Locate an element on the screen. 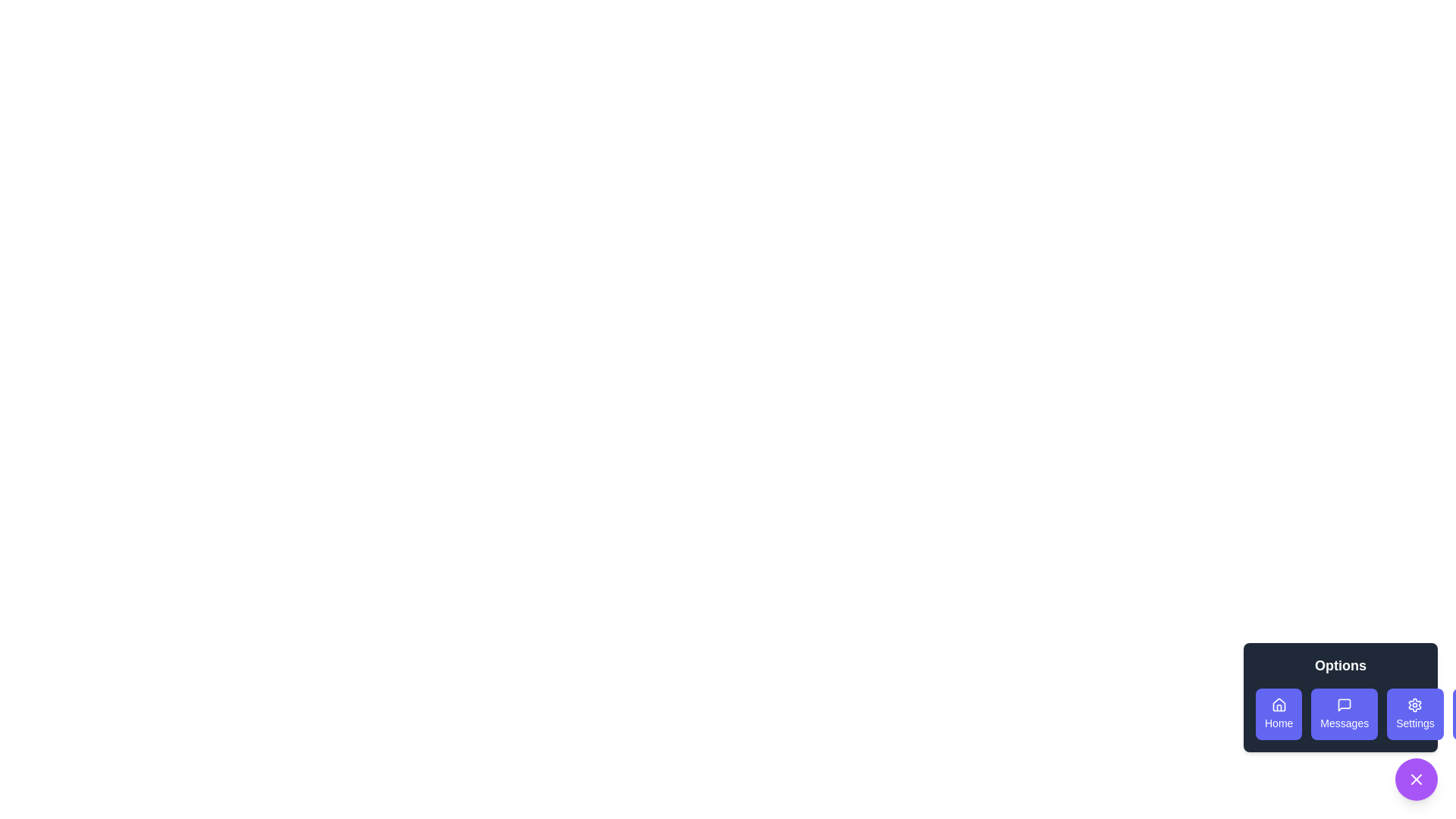 The width and height of the screenshot is (1456, 819). the purple circular close icon button located at the bottom-right of the interface is located at coordinates (1415, 780).